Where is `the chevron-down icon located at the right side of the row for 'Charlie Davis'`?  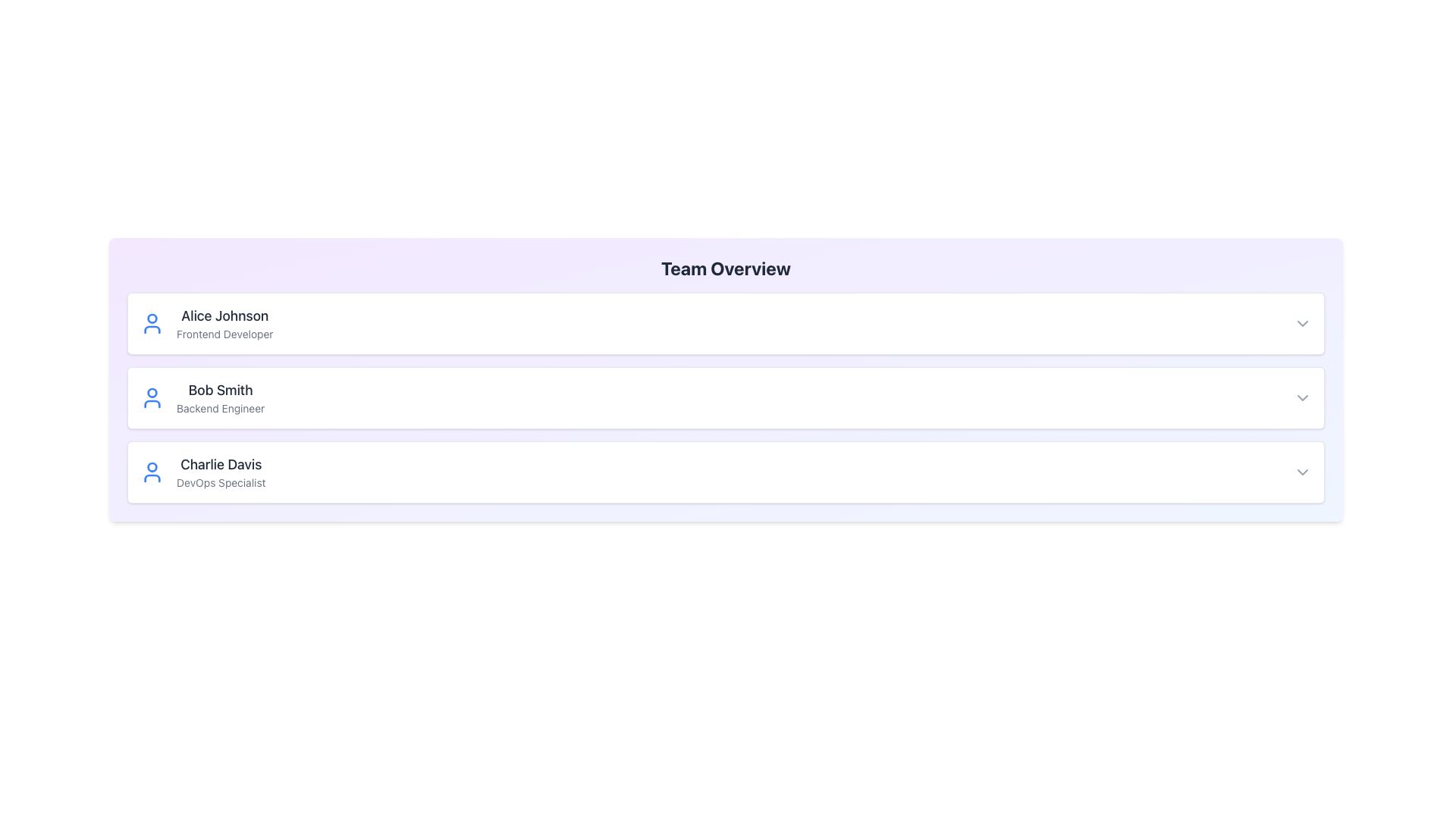 the chevron-down icon located at the right side of the row for 'Charlie Davis' is located at coordinates (1302, 472).